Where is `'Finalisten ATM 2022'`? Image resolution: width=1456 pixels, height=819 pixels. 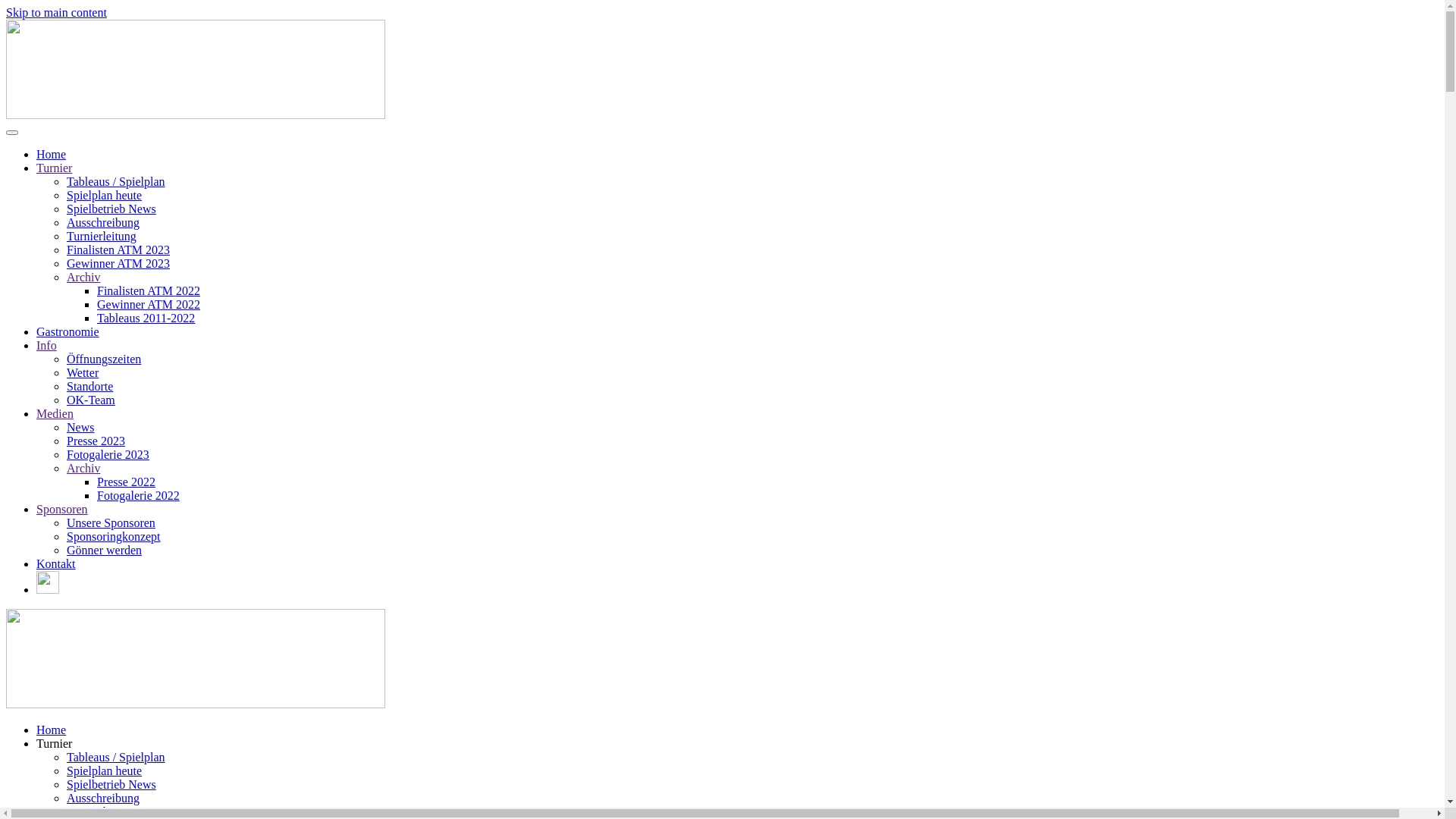
'Finalisten ATM 2022' is located at coordinates (149, 290).